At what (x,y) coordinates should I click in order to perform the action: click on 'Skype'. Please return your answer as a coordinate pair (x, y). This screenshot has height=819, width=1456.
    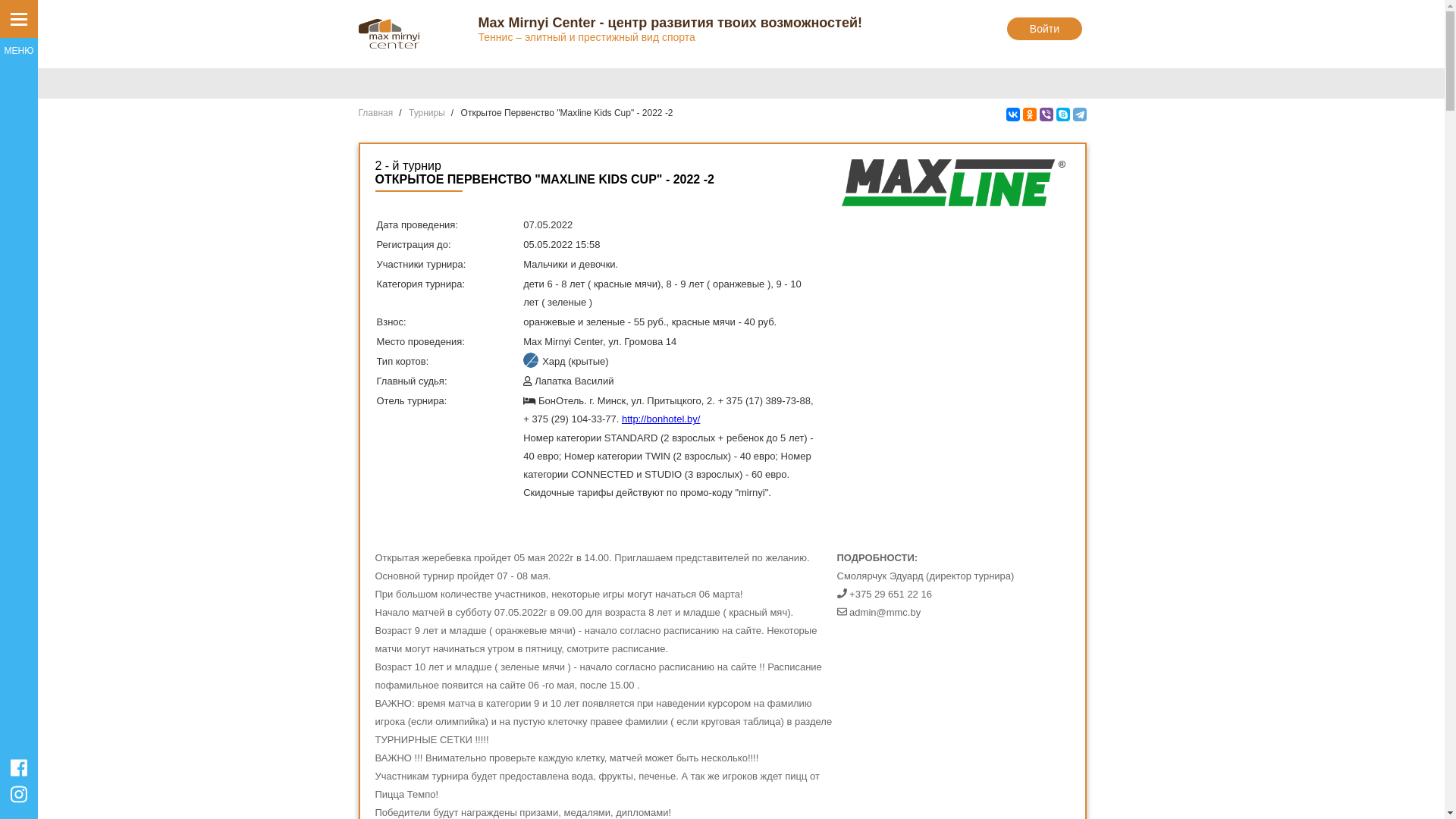
    Looking at the image, I should click on (1062, 113).